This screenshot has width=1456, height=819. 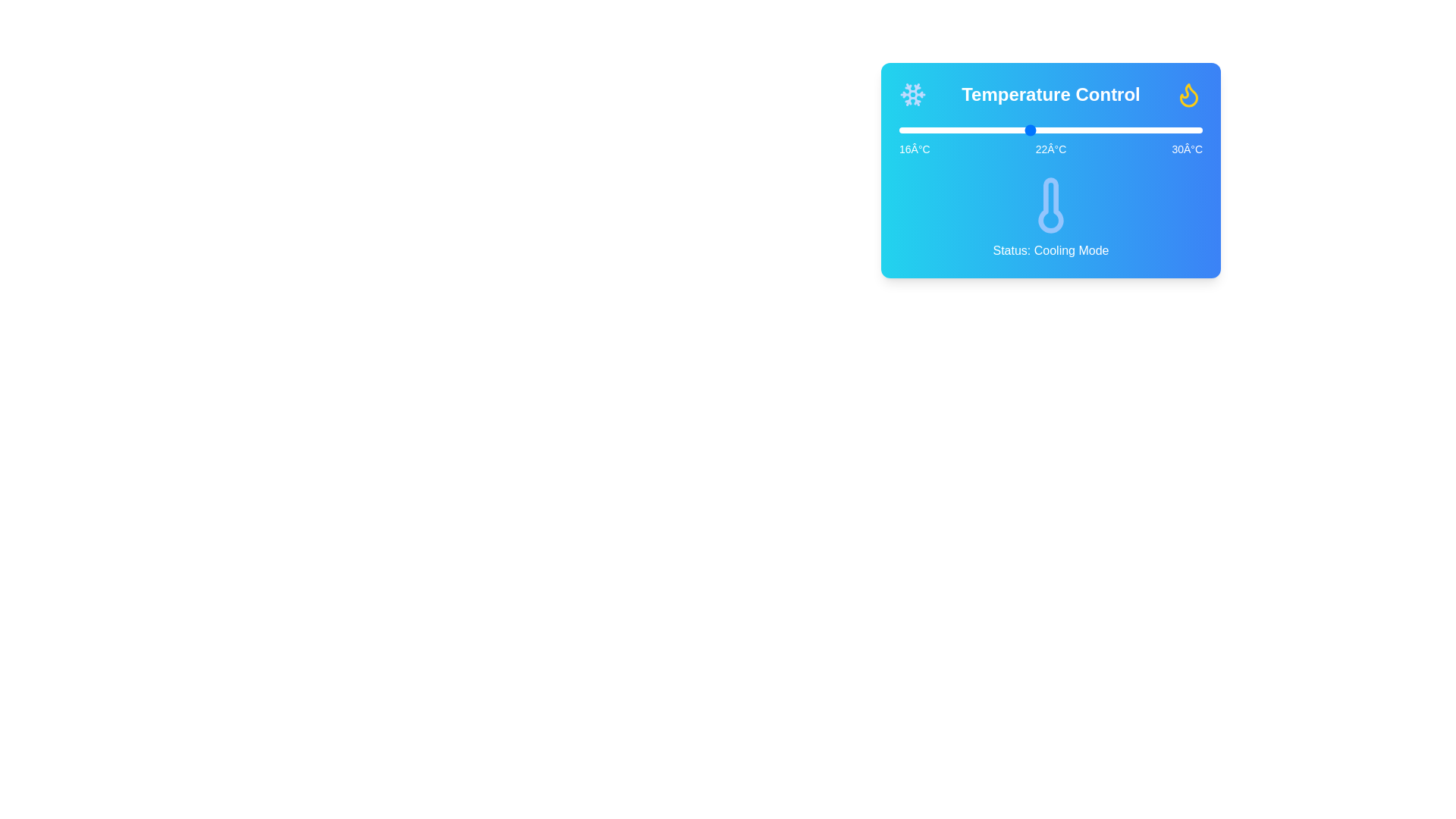 I want to click on the temperature to 26°C by dragging the slider, so click(x=1116, y=130).